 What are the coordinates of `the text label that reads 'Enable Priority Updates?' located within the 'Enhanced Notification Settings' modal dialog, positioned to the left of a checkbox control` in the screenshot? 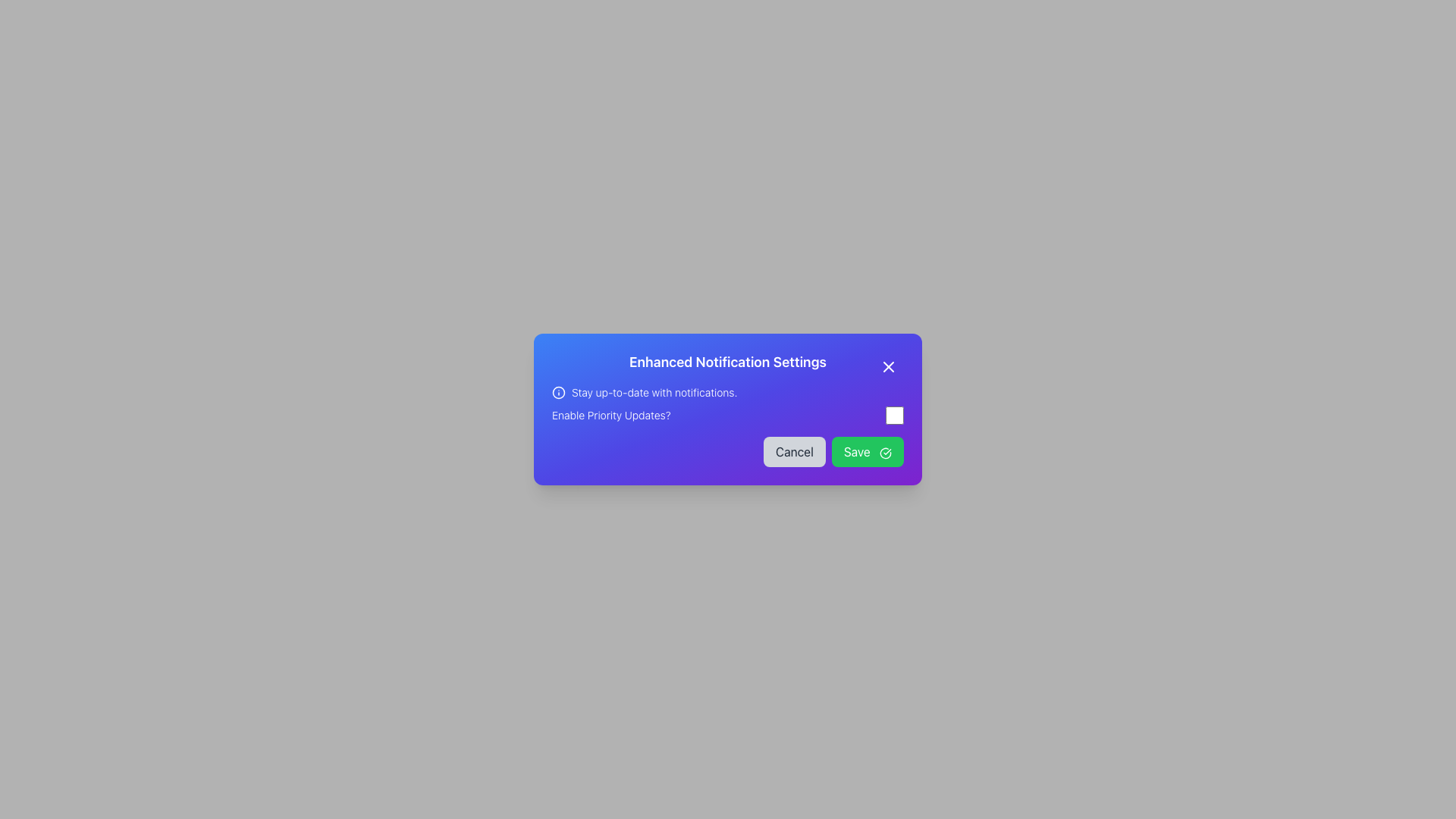 It's located at (611, 415).